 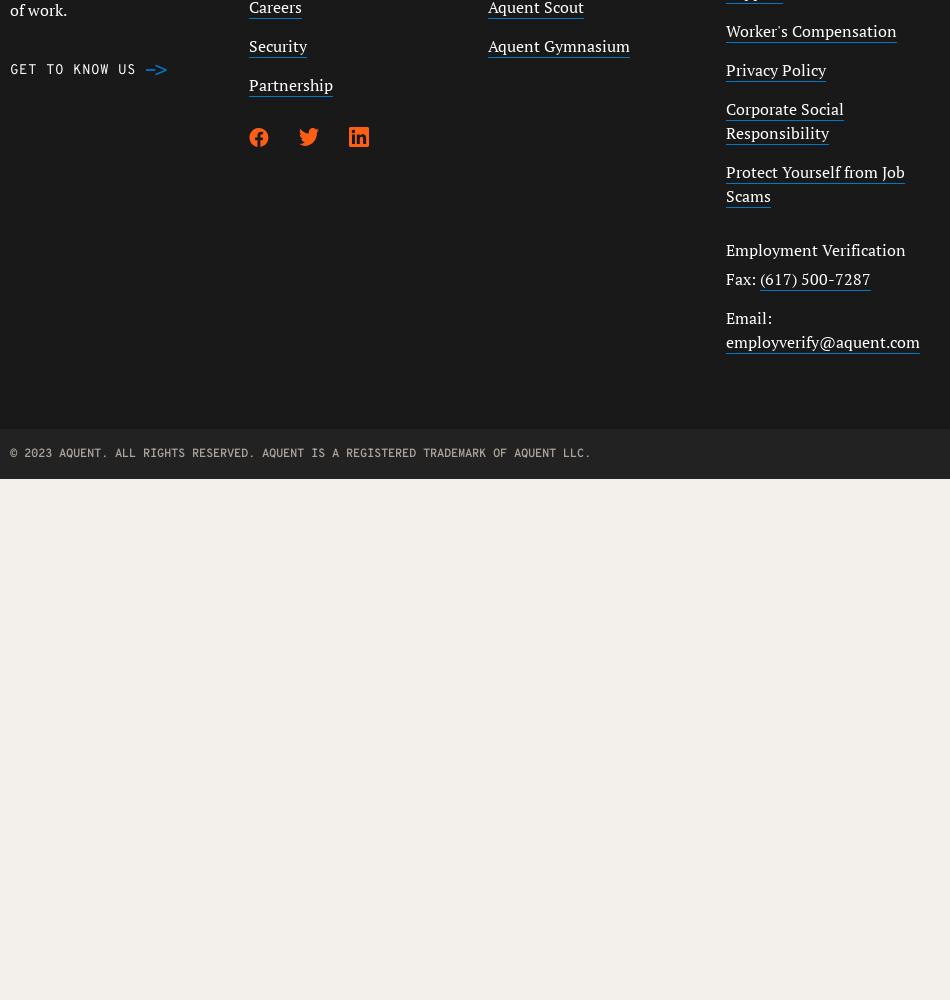 What do you see at coordinates (821, 341) in the screenshot?
I see `'employverify@aquent.com'` at bounding box center [821, 341].